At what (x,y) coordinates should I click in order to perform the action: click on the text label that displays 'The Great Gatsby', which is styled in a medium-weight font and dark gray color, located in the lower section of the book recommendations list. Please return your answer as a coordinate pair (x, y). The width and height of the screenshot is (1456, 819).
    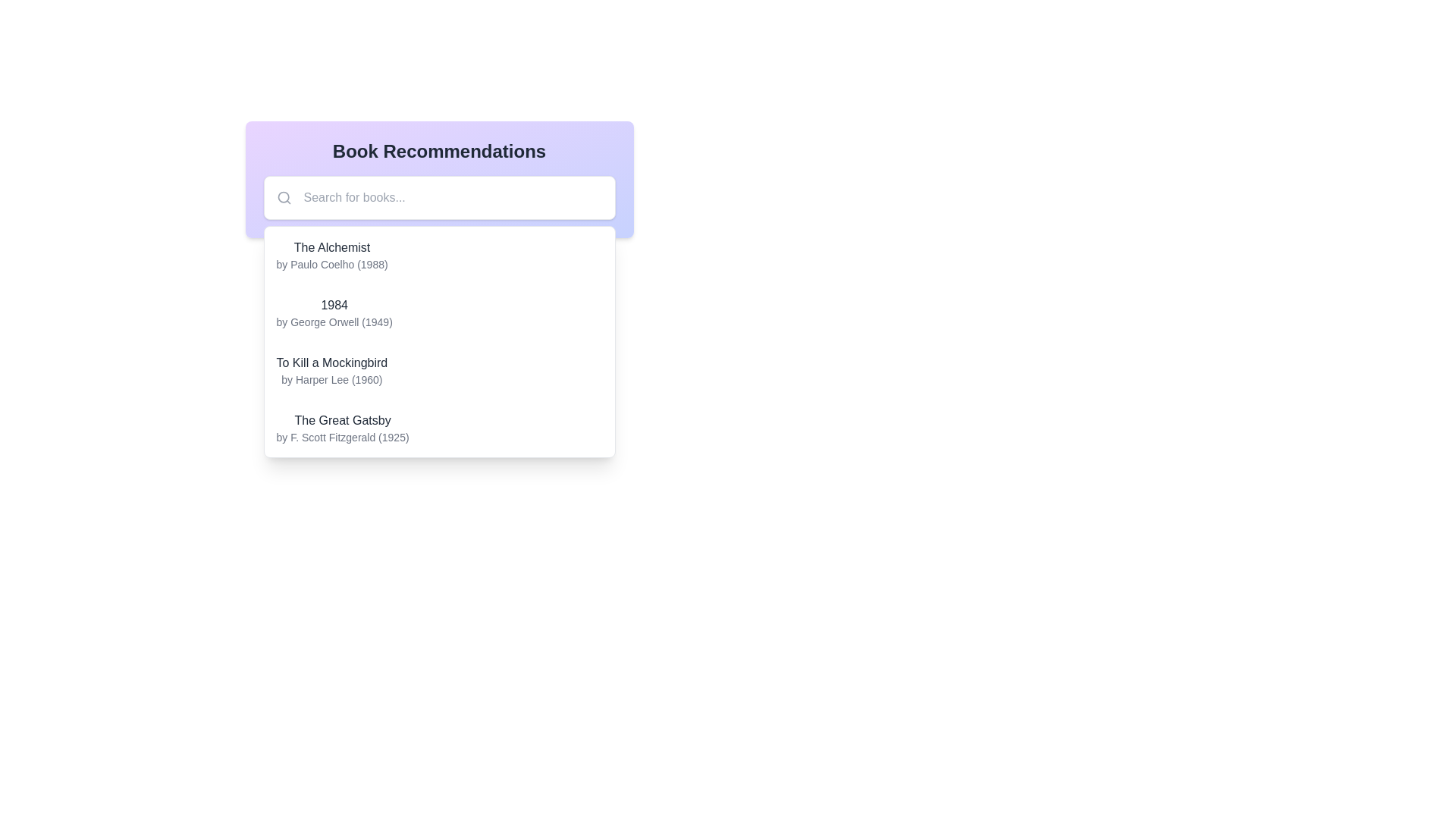
    Looking at the image, I should click on (341, 420).